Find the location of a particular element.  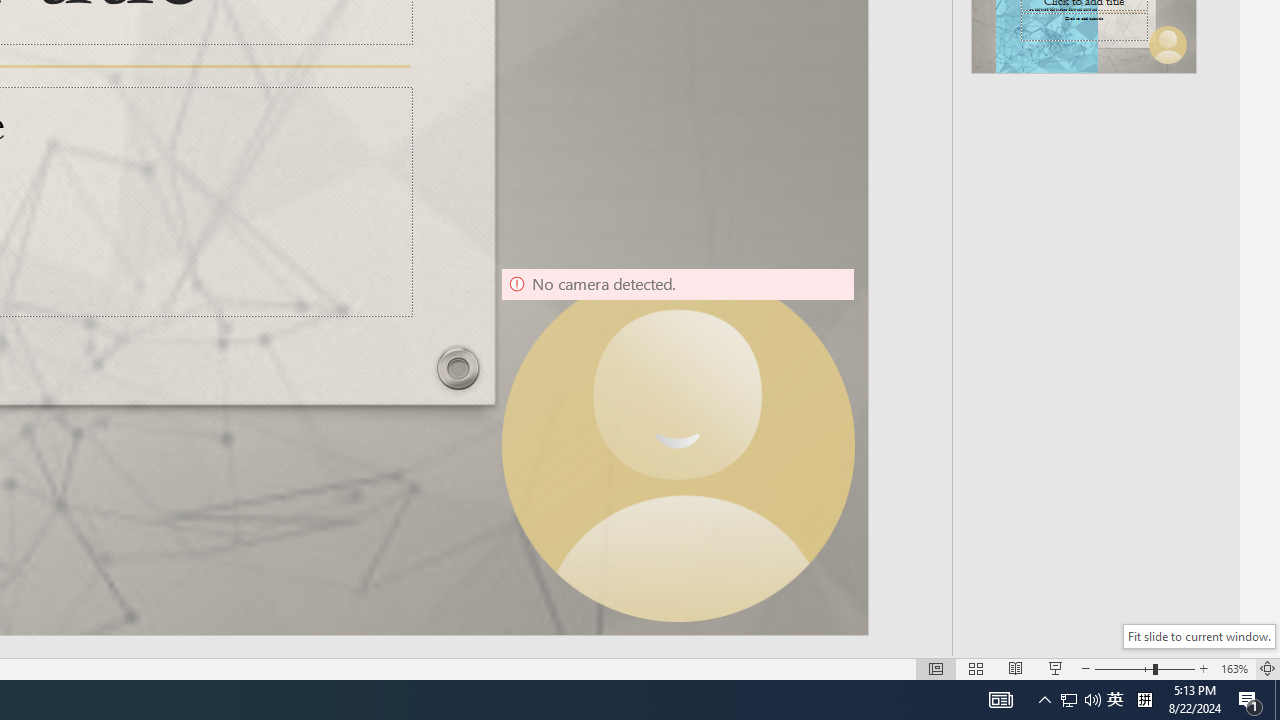

'Zoom 163%' is located at coordinates (1233, 669).